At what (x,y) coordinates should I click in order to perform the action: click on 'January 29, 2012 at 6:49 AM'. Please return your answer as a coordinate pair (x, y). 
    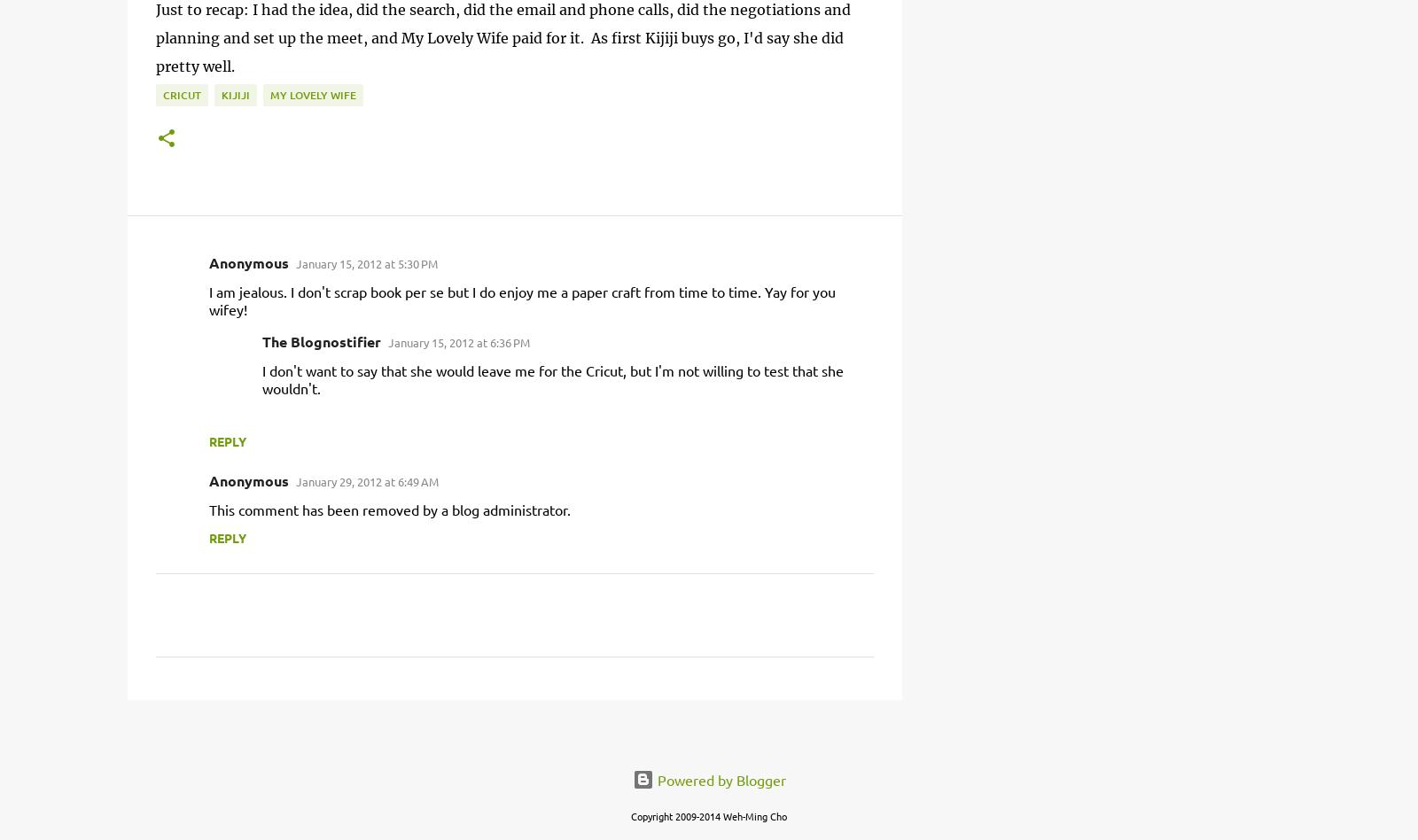
    Looking at the image, I should click on (366, 481).